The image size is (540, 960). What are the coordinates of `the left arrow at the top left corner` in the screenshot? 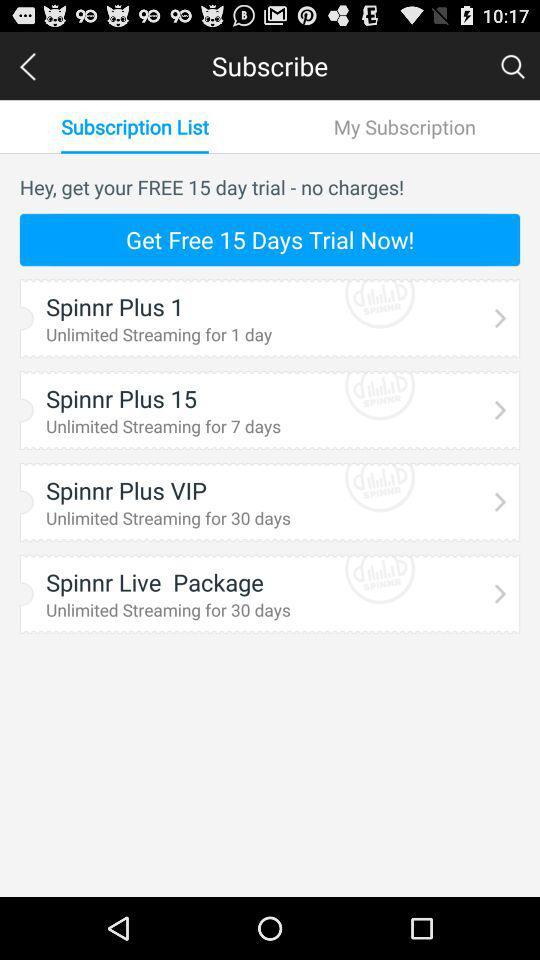 It's located at (27, 65).